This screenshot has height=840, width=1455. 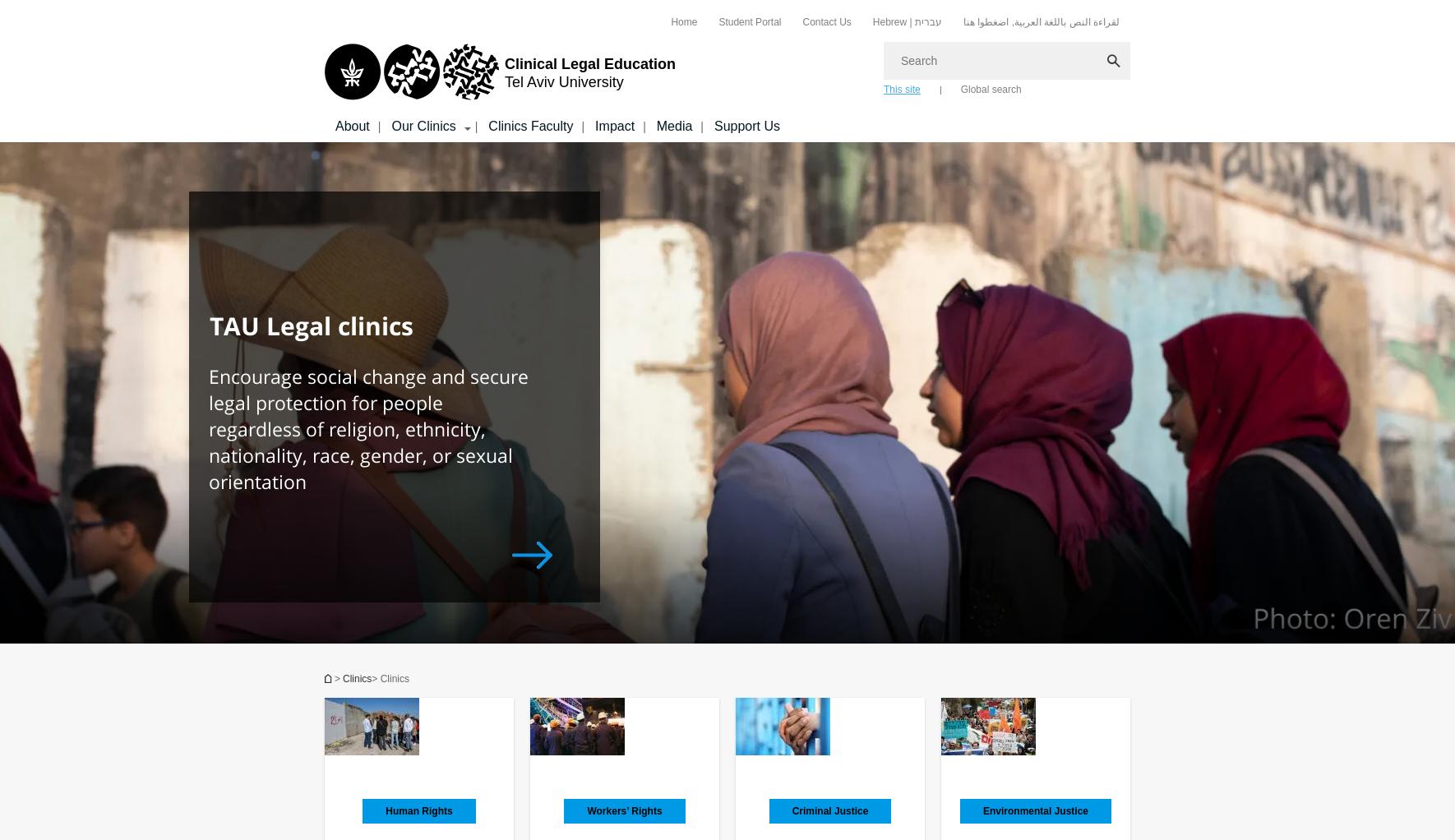 What do you see at coordinates (791, 811) in the screenshot?
I see `'Criminal Justice'` at bounding box center [791, 811].